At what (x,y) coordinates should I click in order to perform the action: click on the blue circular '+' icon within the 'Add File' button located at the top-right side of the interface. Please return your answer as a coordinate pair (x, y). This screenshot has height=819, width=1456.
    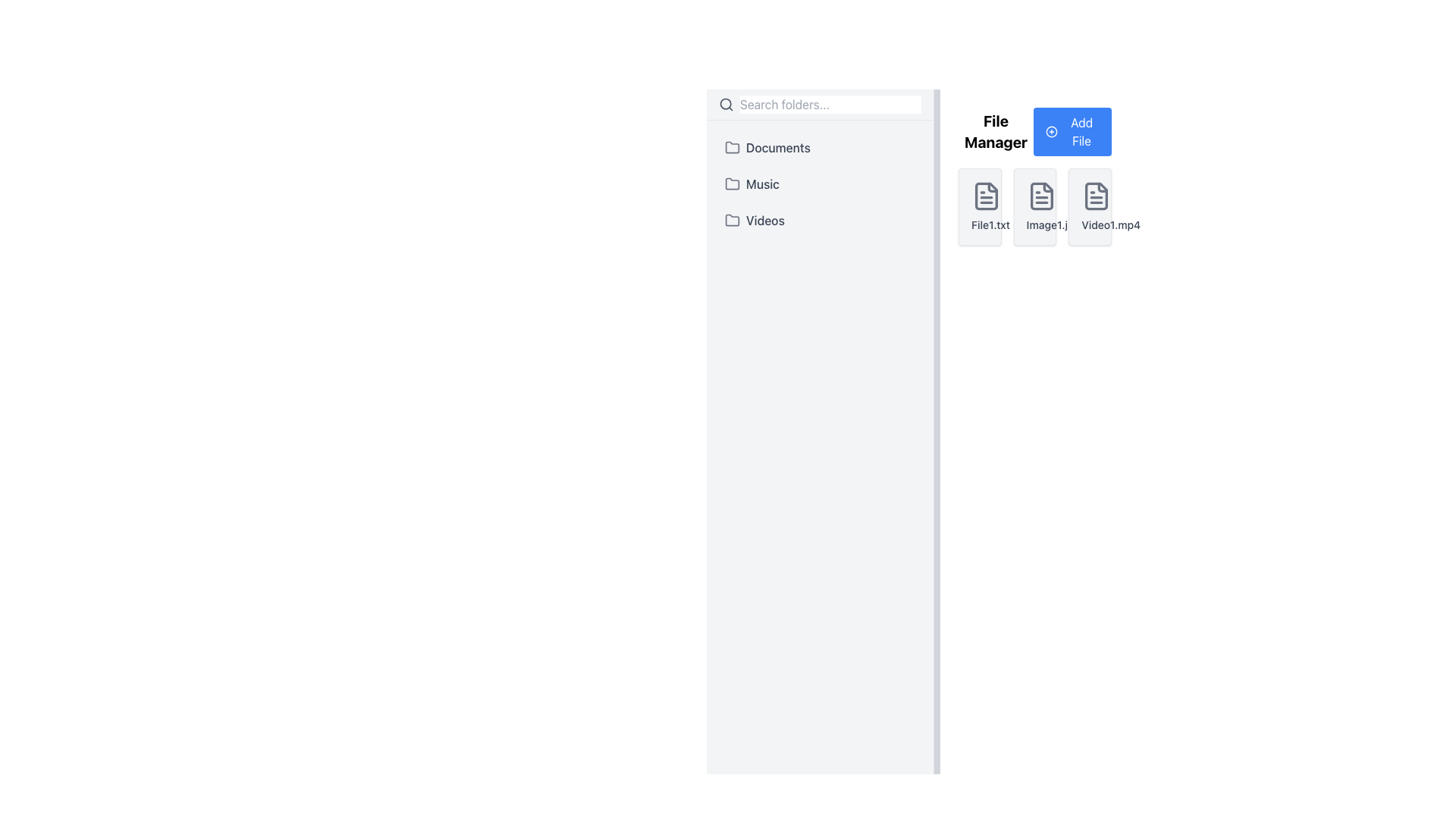
    Looking at the image, I should click on (1051, 130).